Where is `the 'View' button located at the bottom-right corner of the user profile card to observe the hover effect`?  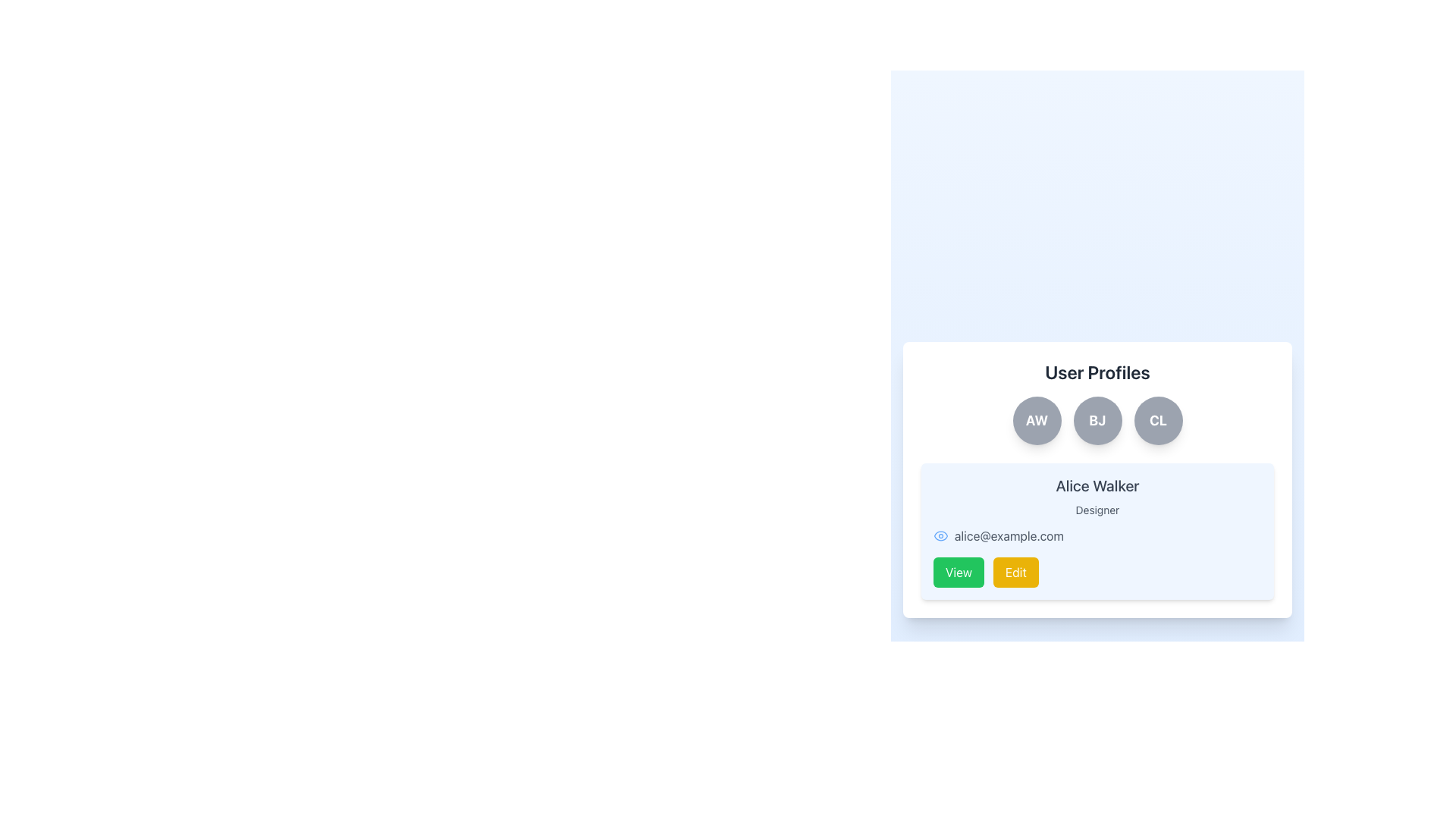 the 'View' button located at the bottom-right corner of the user profile card to observe the hover effect is located at coordinates (958, 573).